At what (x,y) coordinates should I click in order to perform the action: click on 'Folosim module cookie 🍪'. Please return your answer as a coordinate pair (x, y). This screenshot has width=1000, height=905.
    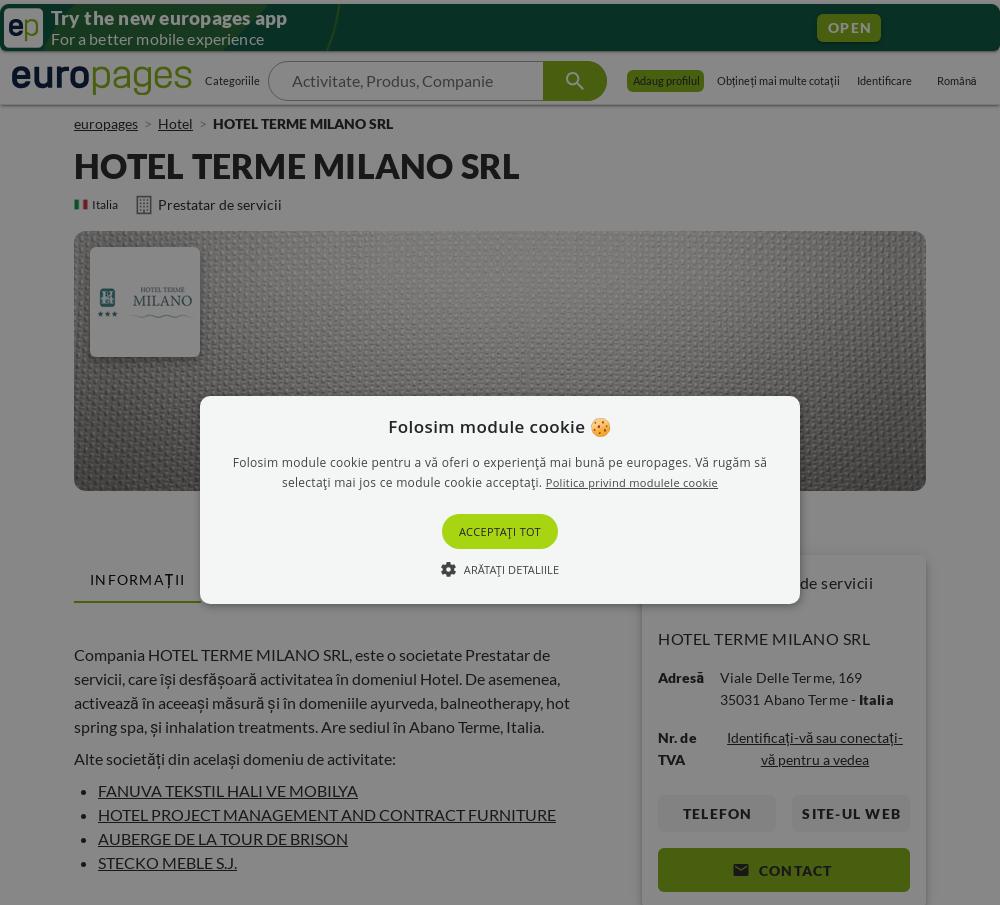
    Looking at the image, I should click on (498, 424).